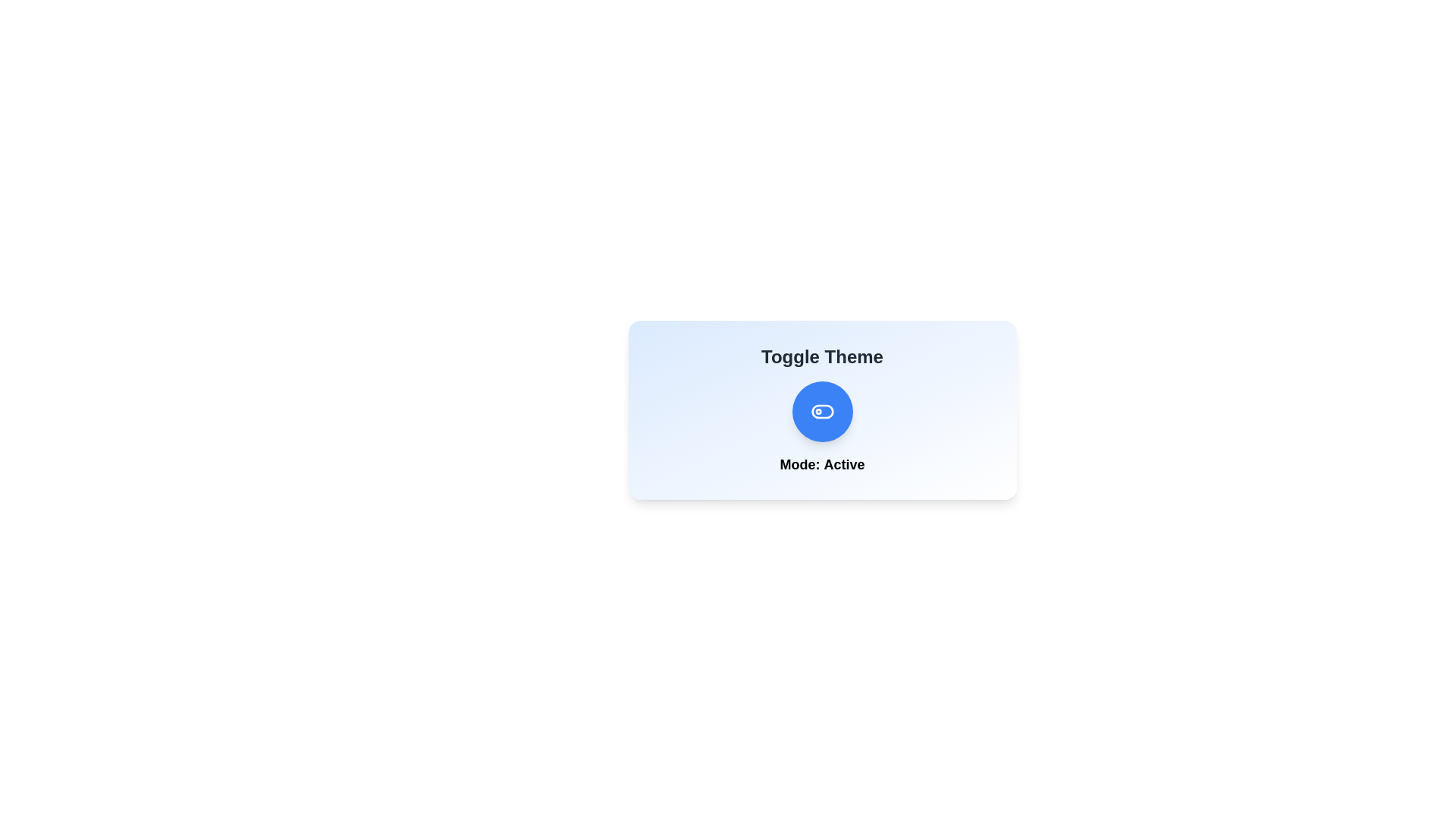 The height and width of the screenshot is (819, 1456). What do you see at coordinates (821, 412) in the screenshot?
I see `the button to toggle the theme` at bounding box center [821, 412].